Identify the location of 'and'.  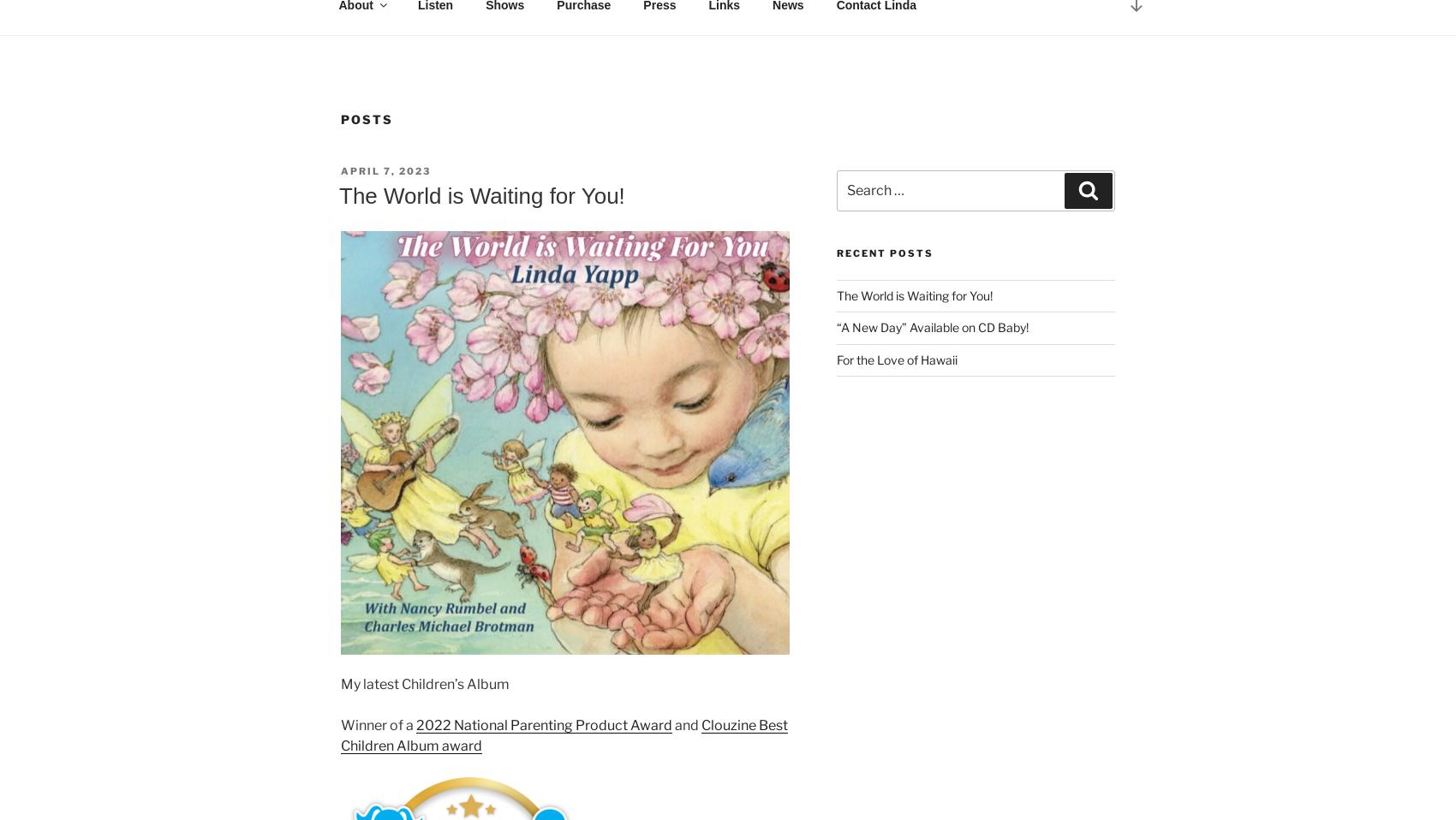
(686, 723).